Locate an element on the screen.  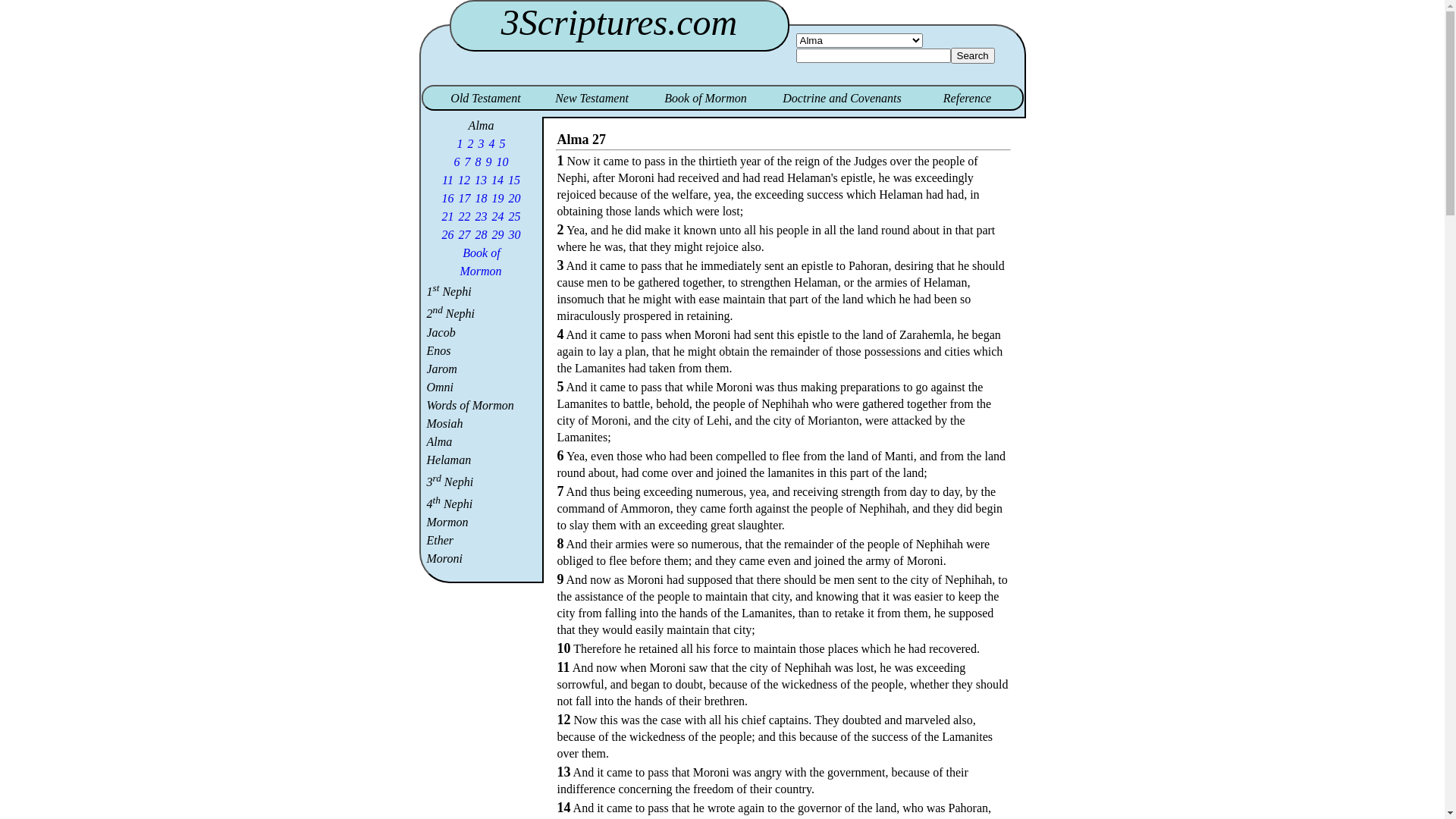
'17' is located at coordinates (457, 197).